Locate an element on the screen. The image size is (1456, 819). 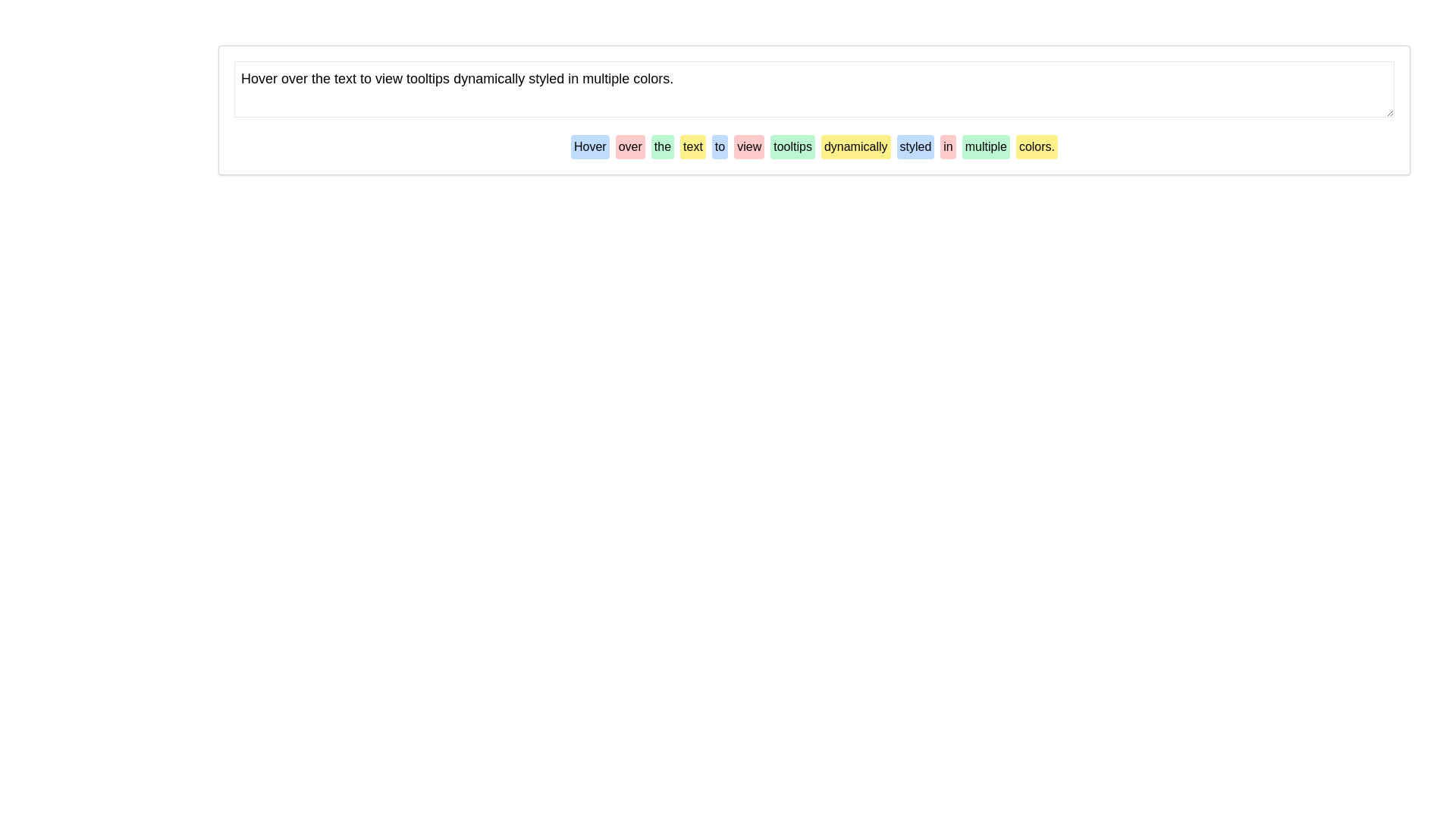
the Tooltip-trigger text element labeled 'in', which is styled with a red background and rounded corners, located in the 11th position among a row of similar components is located at coordinates (947, 146).